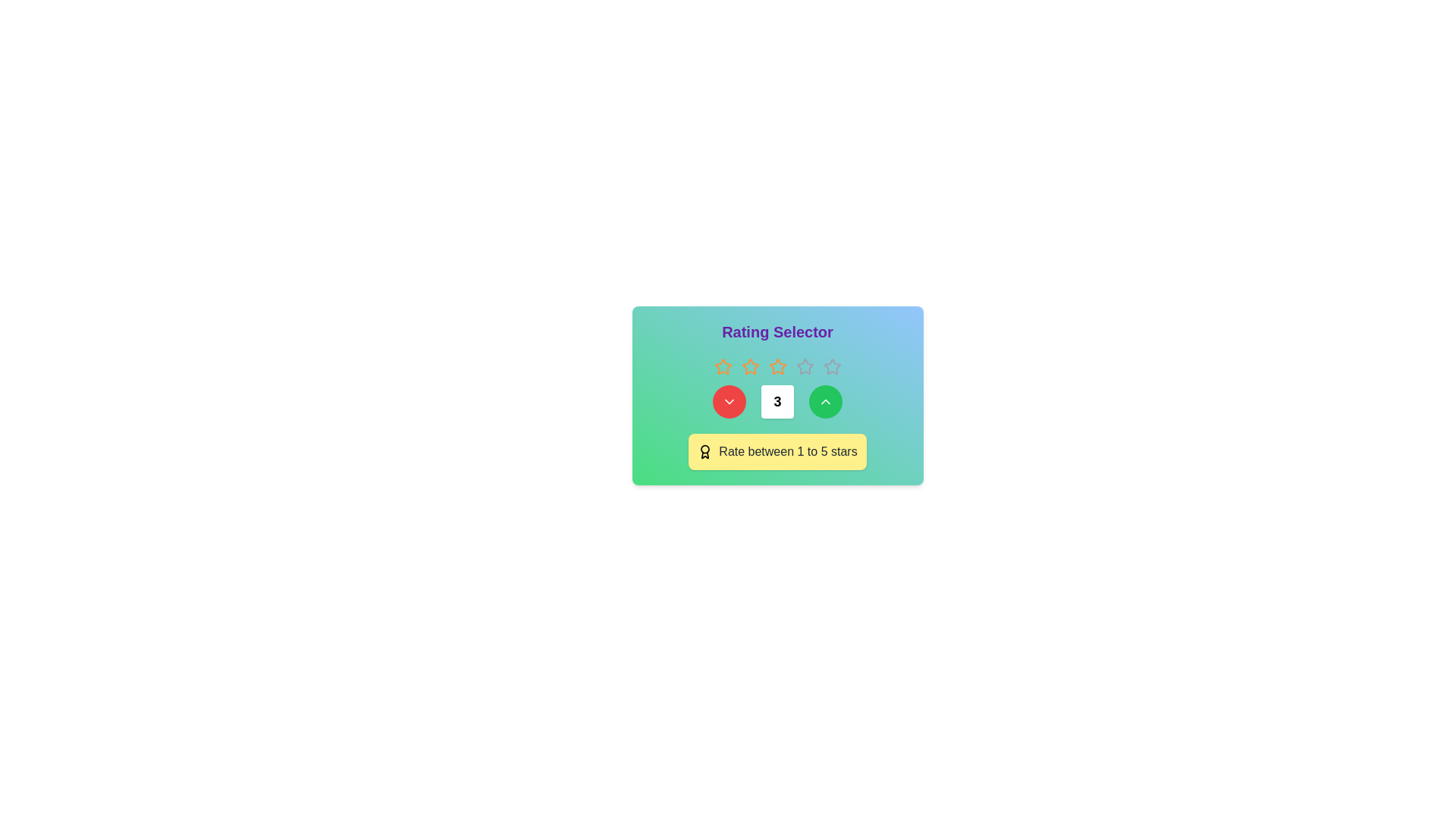  What do you see at coordinates (722, 366) in the screenshot?
I see `the second star rating icon below the 'Rating Selector' title` at bounding box center [722, 366].